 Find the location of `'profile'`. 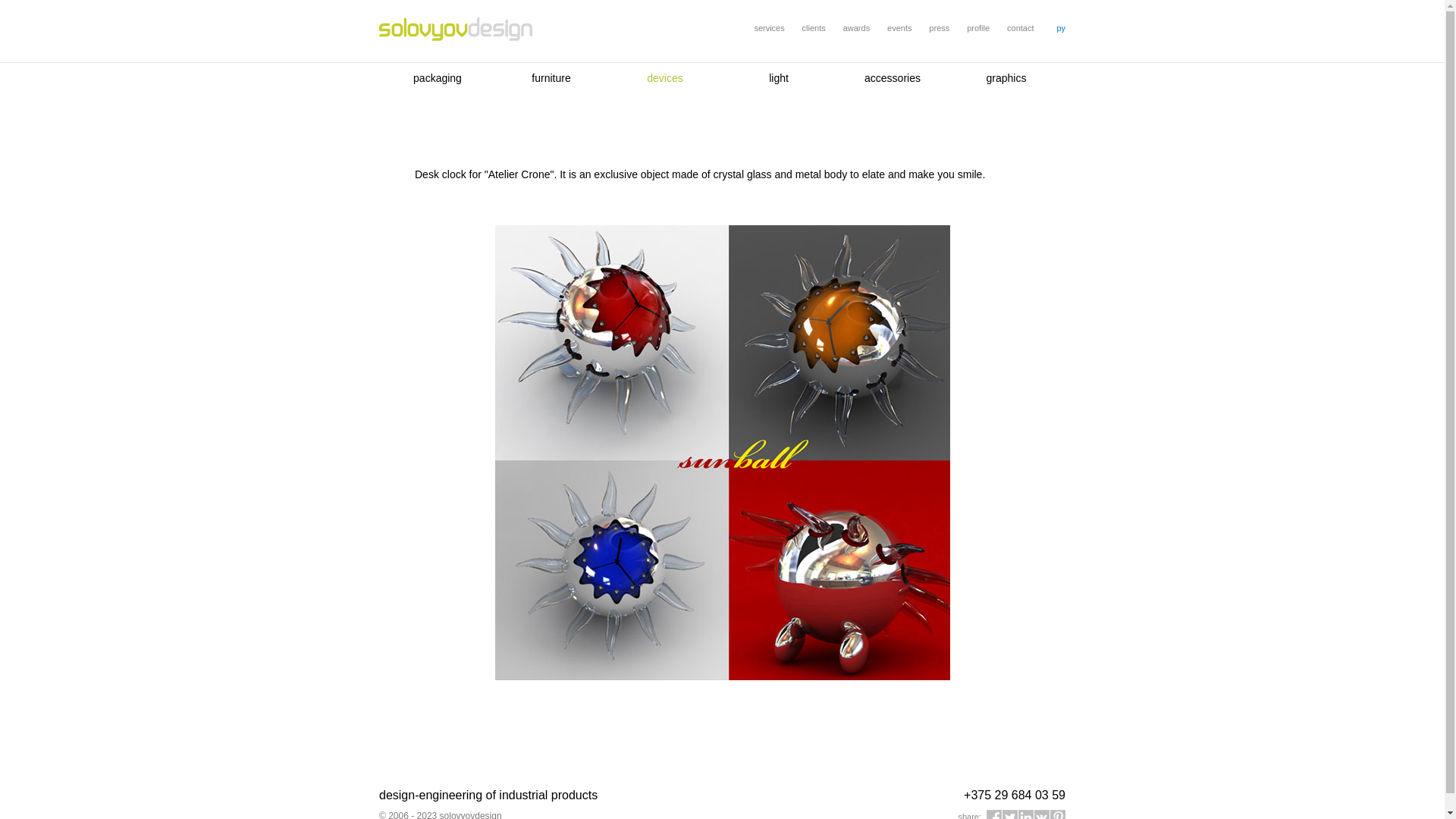

'profile' is located at coordinates (978, 28).